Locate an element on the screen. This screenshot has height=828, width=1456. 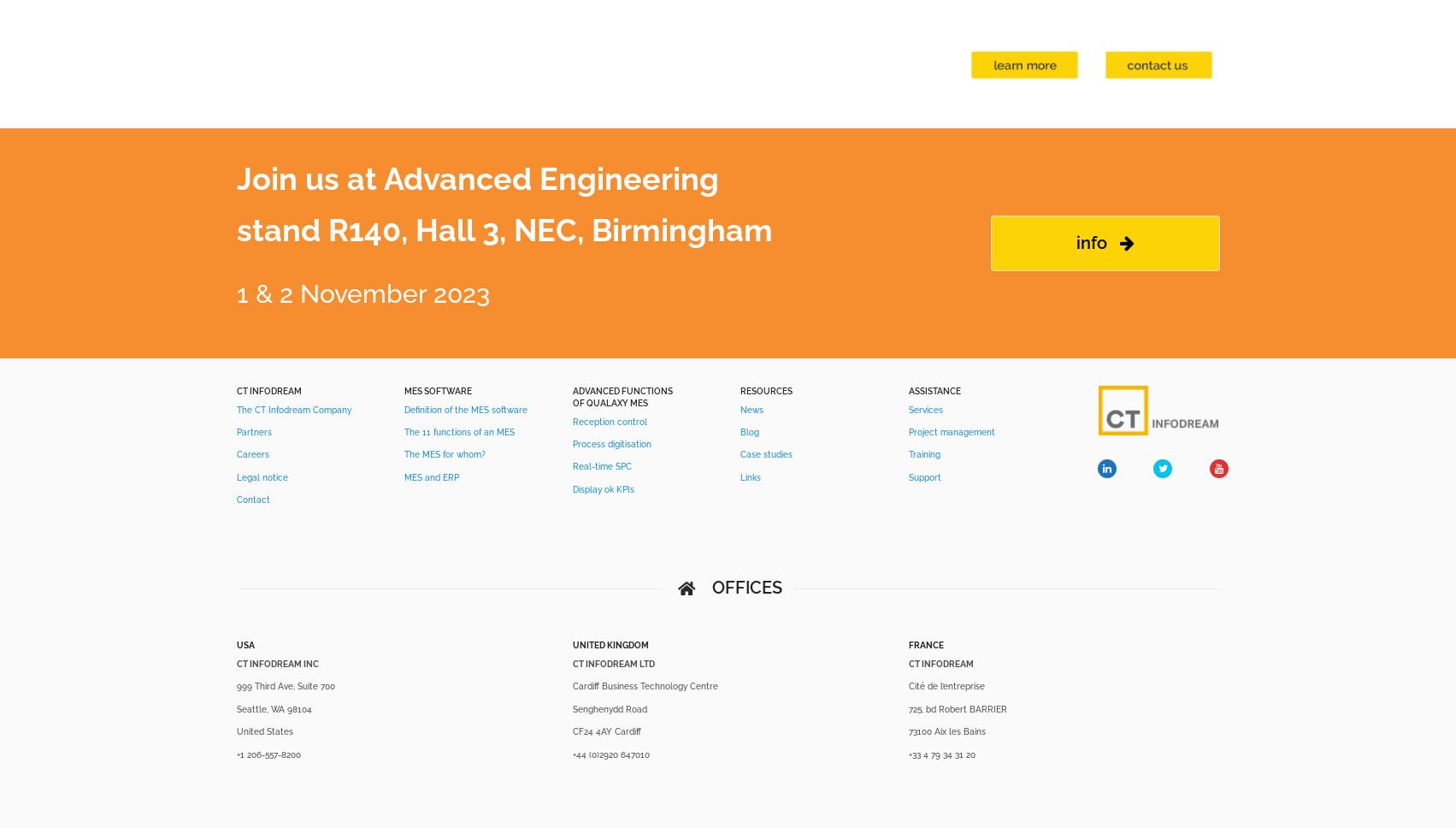
'CF24 4AY Cardiff' is located at coordinates (605, 730).